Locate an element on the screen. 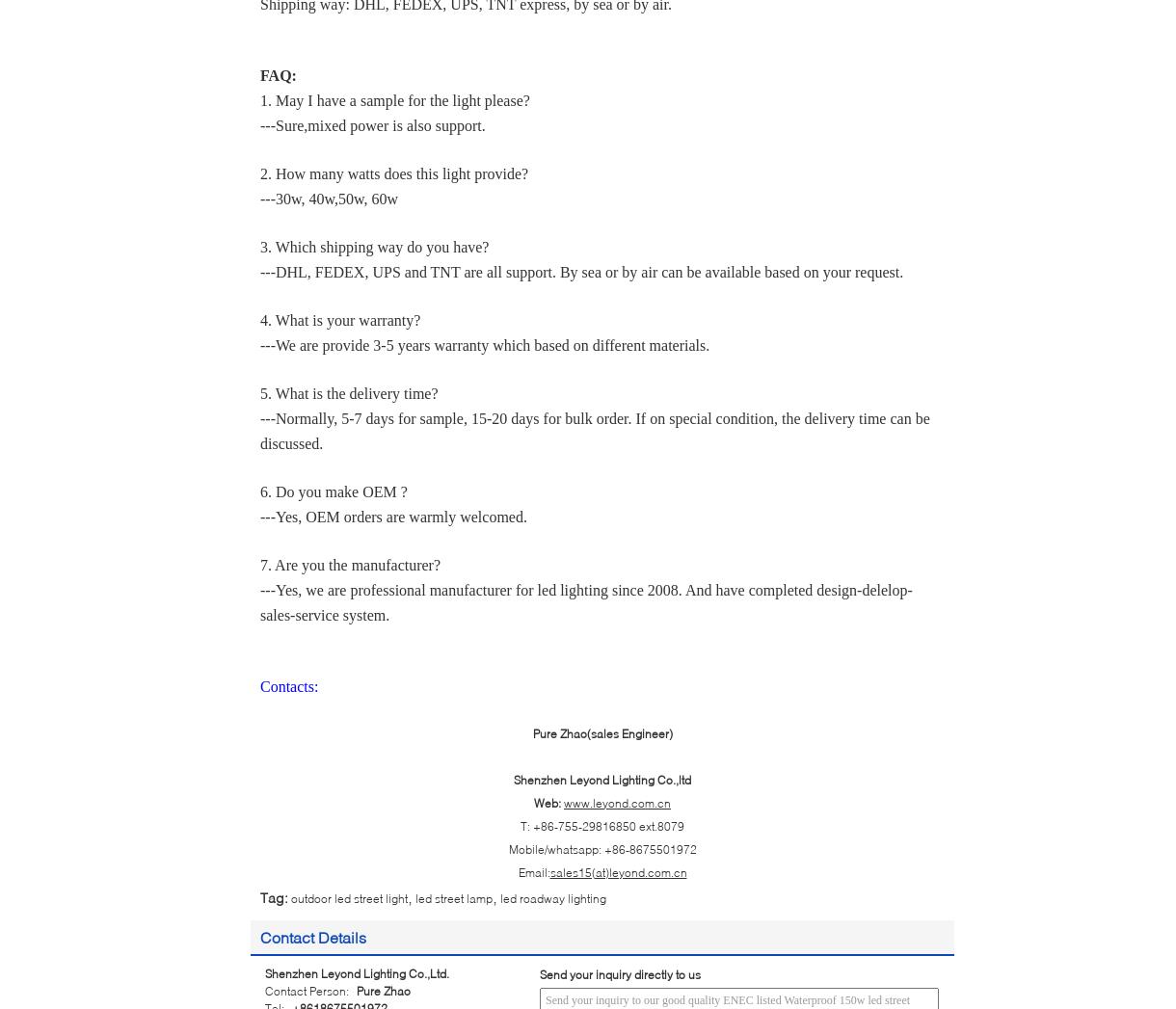 The height and width of the screenshot is (1009, 1176). 'www.leyond.com.cn' is located at coordinates (617, 802).